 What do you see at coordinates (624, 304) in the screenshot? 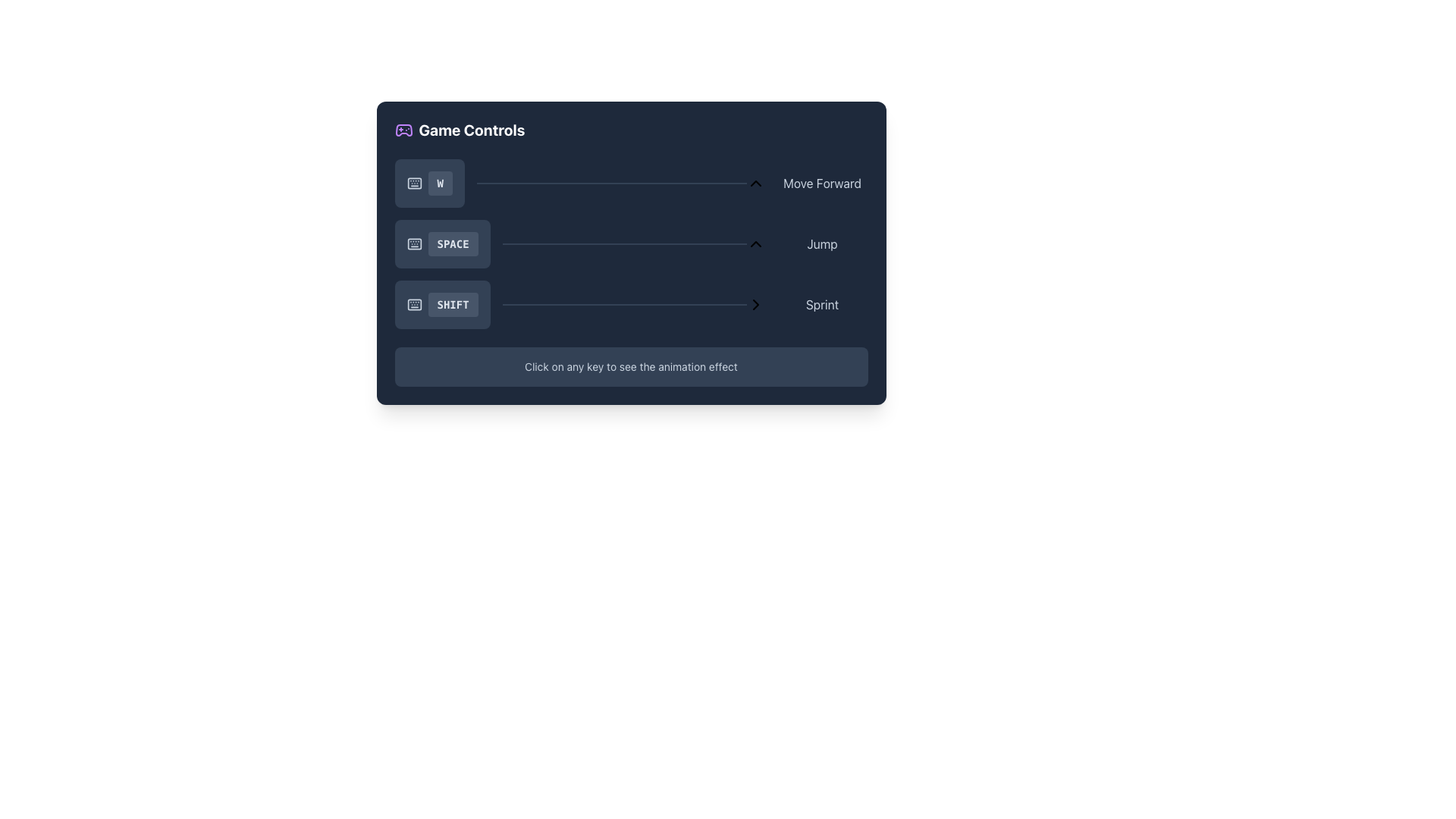
I see `the primary progress bar that indicates the duration or intensity of the 'Sprint' functionality associated with the 'SHIFT' key, positioned horizontally in the middle section of the interface` at bounding box center [624, 304].